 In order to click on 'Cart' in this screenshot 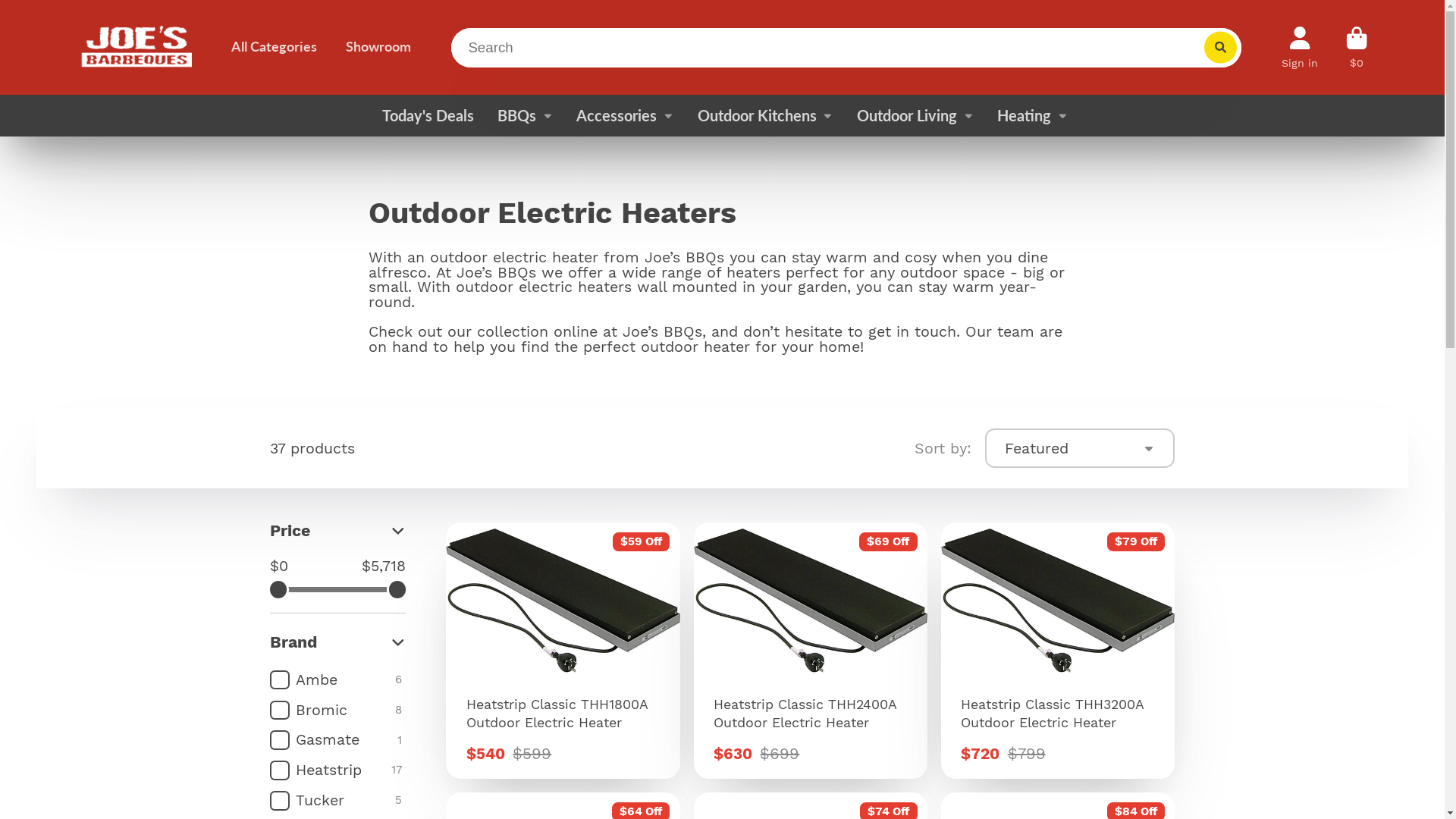, I will do `click(1357, 46)`.